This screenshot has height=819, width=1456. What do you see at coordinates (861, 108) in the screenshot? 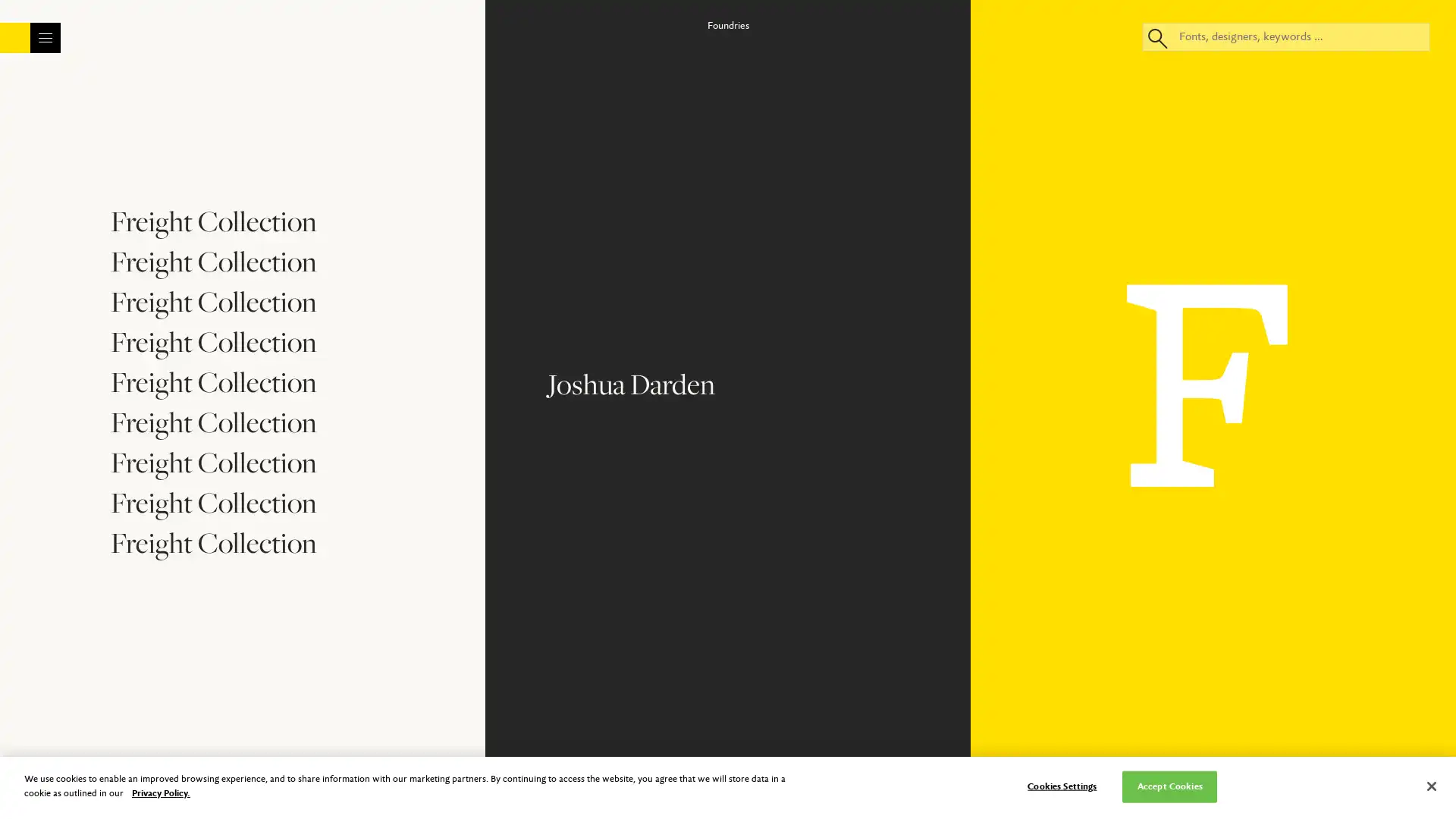
I see `Close` at bounding box center [861, 108].